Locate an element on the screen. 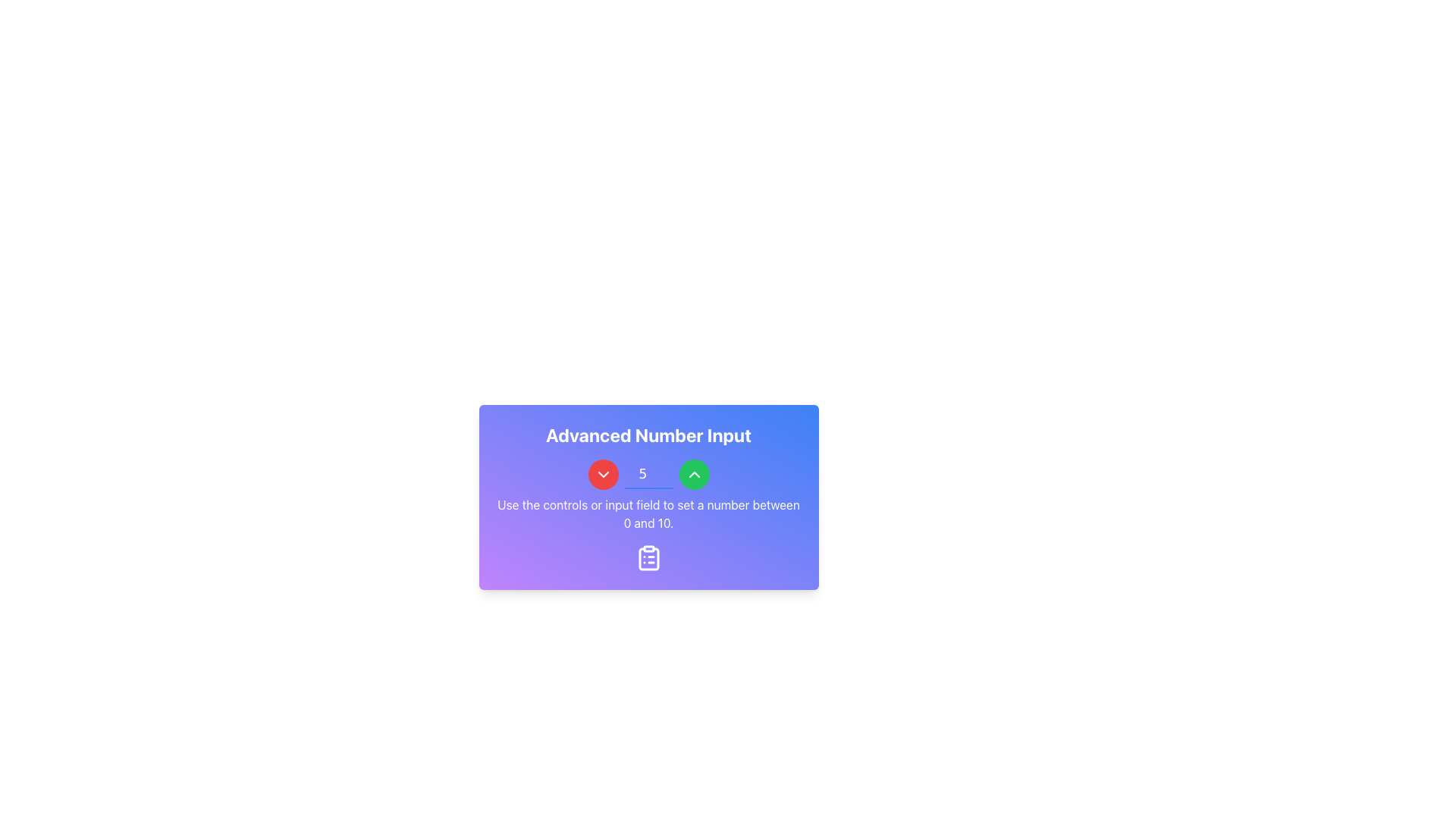 This screenshot has width=1456, height=819. the downward chevron button located to the left of the numeric input field labeled '5' to decrement the value is located at coordinates (602, 473).